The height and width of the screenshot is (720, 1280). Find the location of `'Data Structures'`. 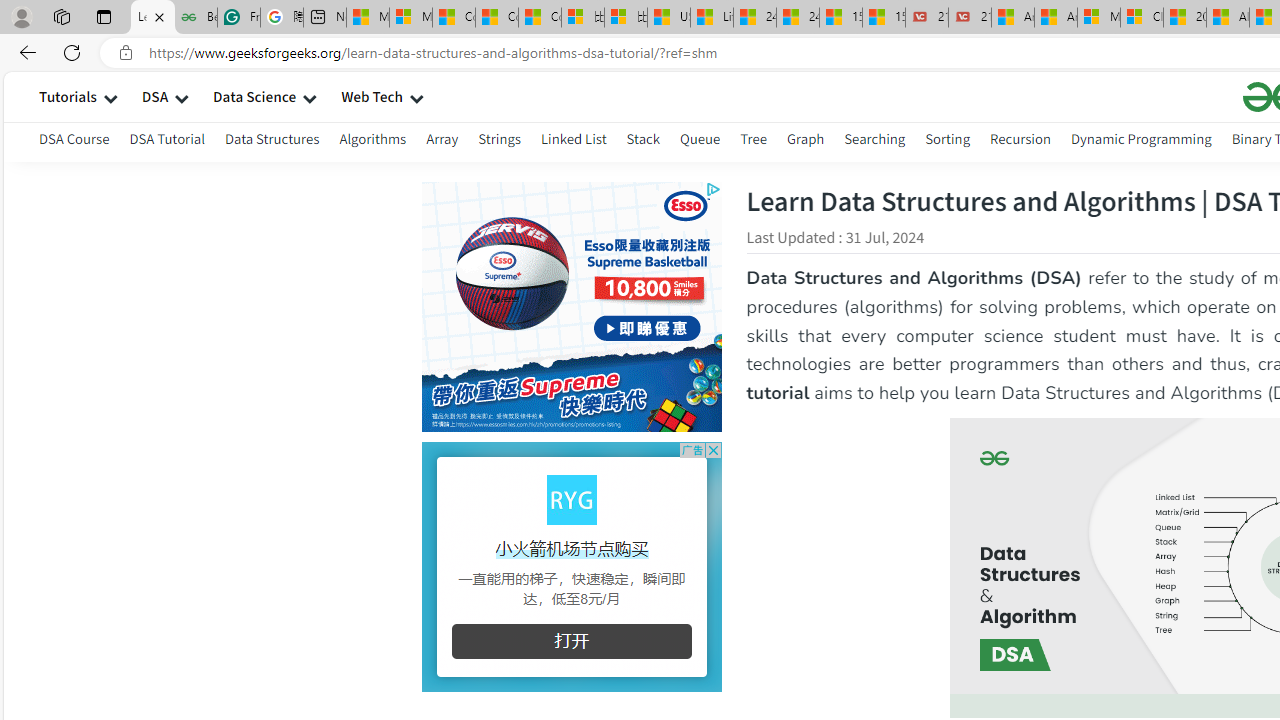

'Data Structures' is located at coordinates (271, 141).